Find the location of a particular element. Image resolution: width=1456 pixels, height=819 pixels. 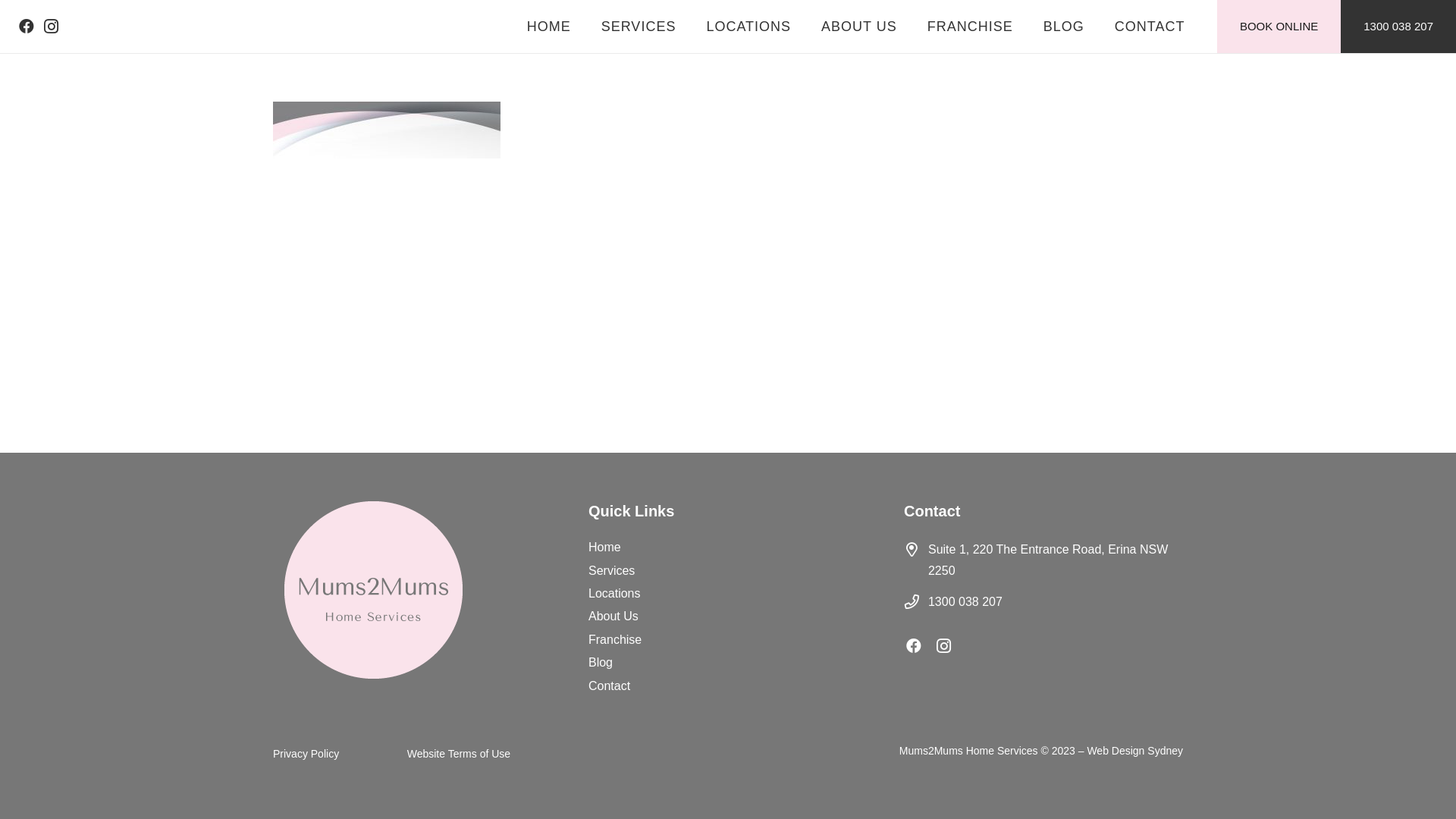

'Facebook' is located at coordinates (920, 646).